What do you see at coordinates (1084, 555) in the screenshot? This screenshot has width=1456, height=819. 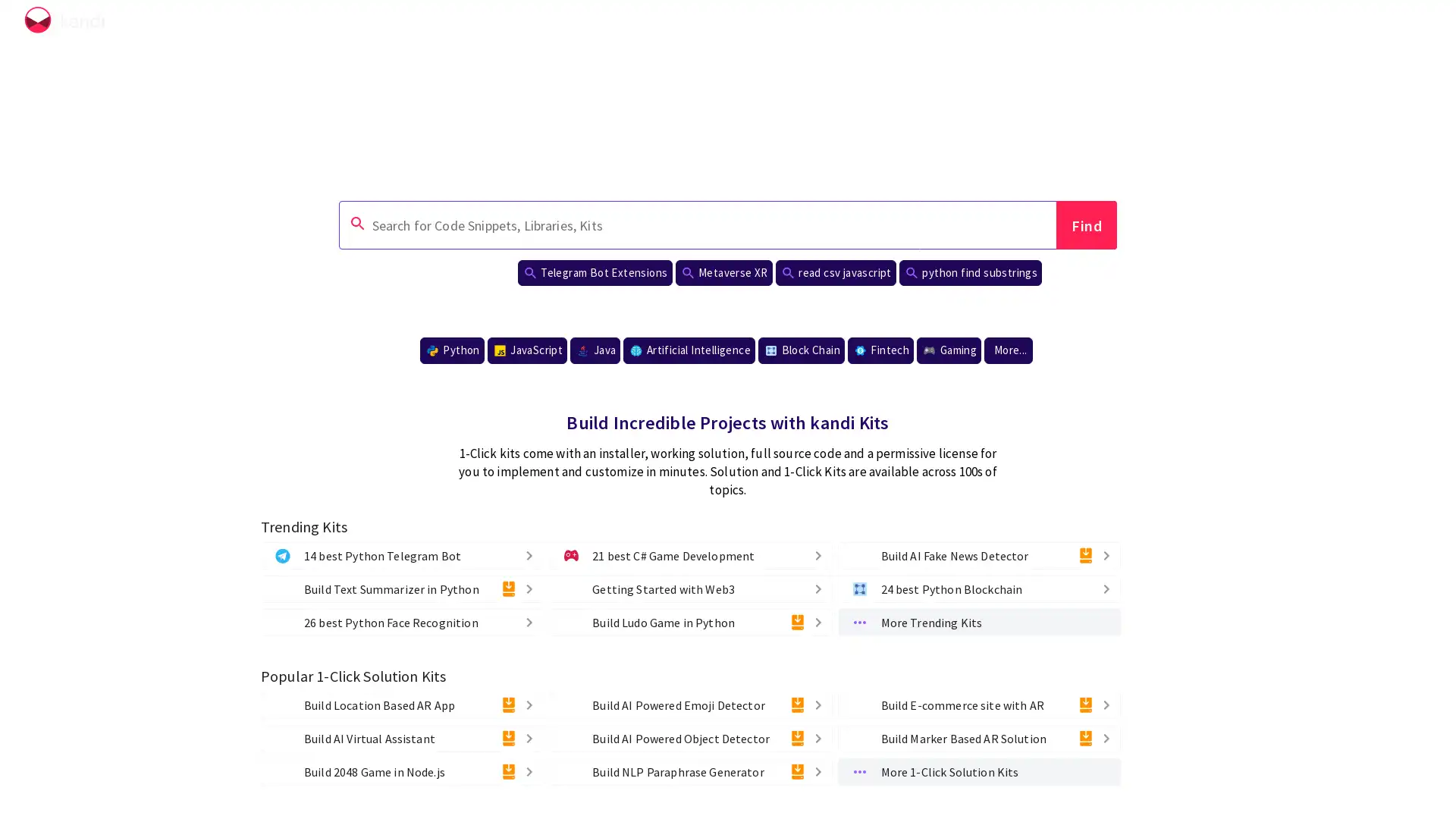 I see `delete` at bounding box center [1084, 555].